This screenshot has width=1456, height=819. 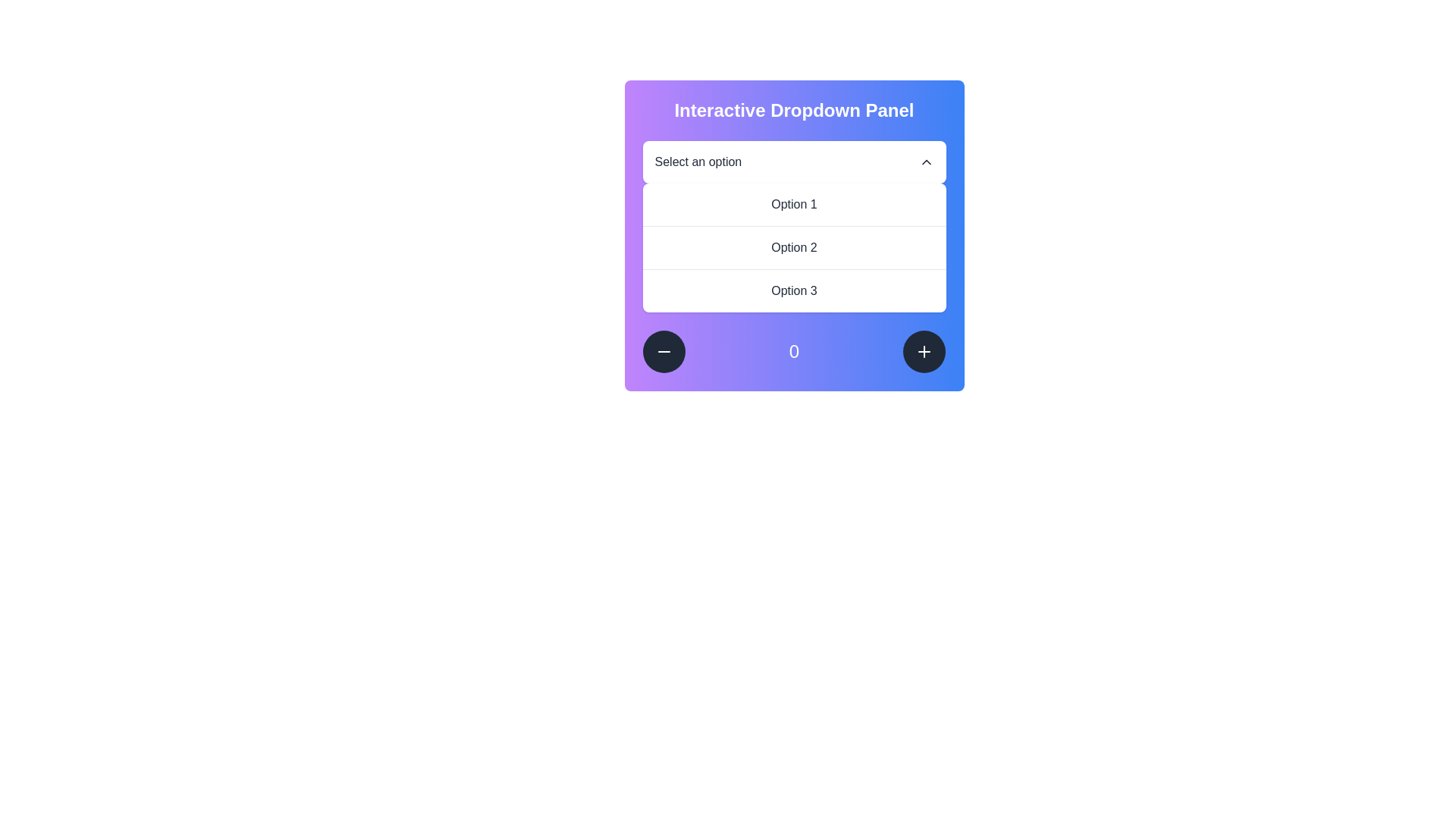 I want to click on the numeric value display Label located centrally below the dropdown panel and option list, flanked by decrement and increment buttons, so click(x=793, y=351).